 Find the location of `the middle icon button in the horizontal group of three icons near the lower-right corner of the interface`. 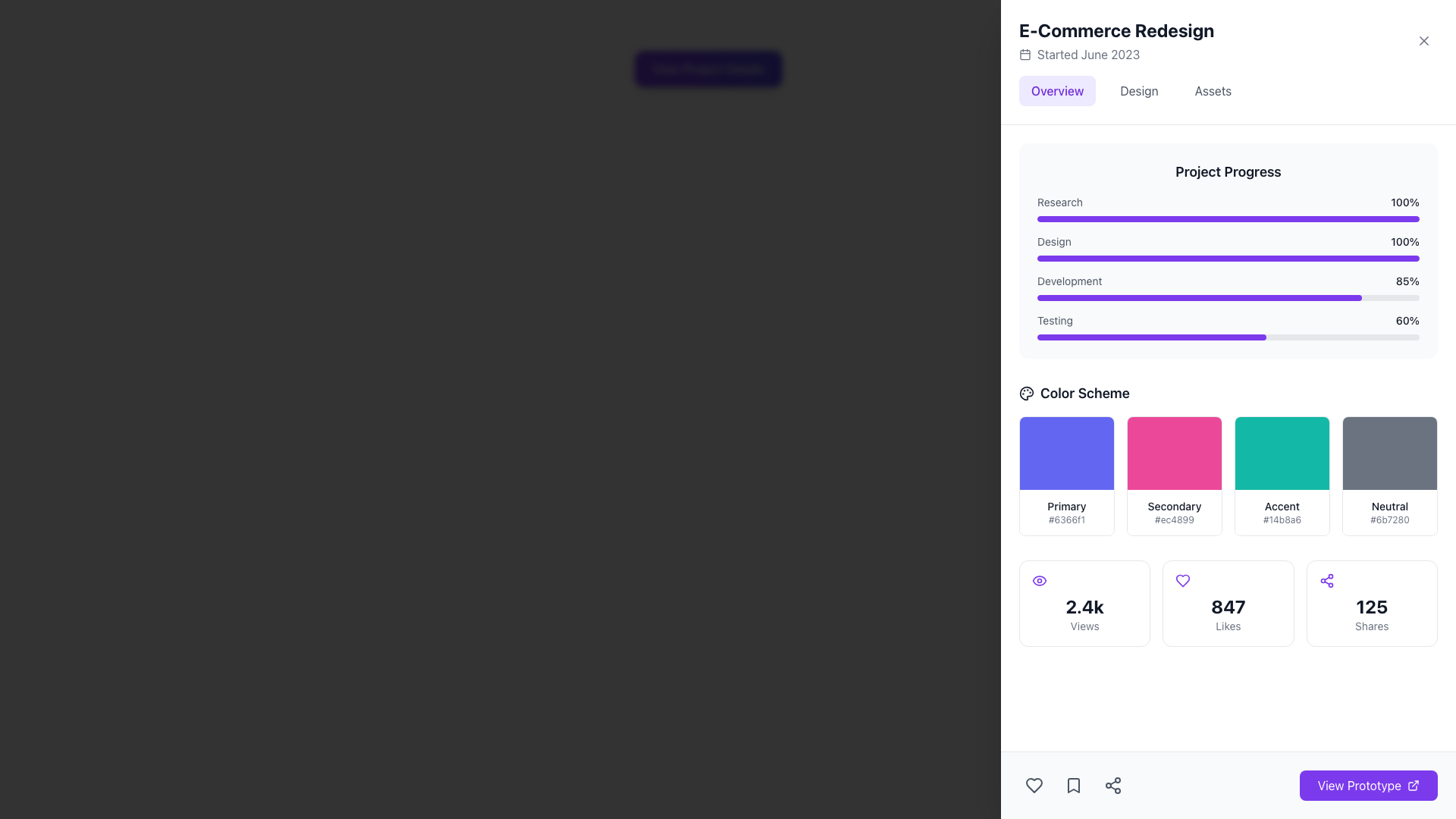

the middle icon button in the horizontal group of three icons near the lower-right corner of the interface is located at coordinates (1073, 785).